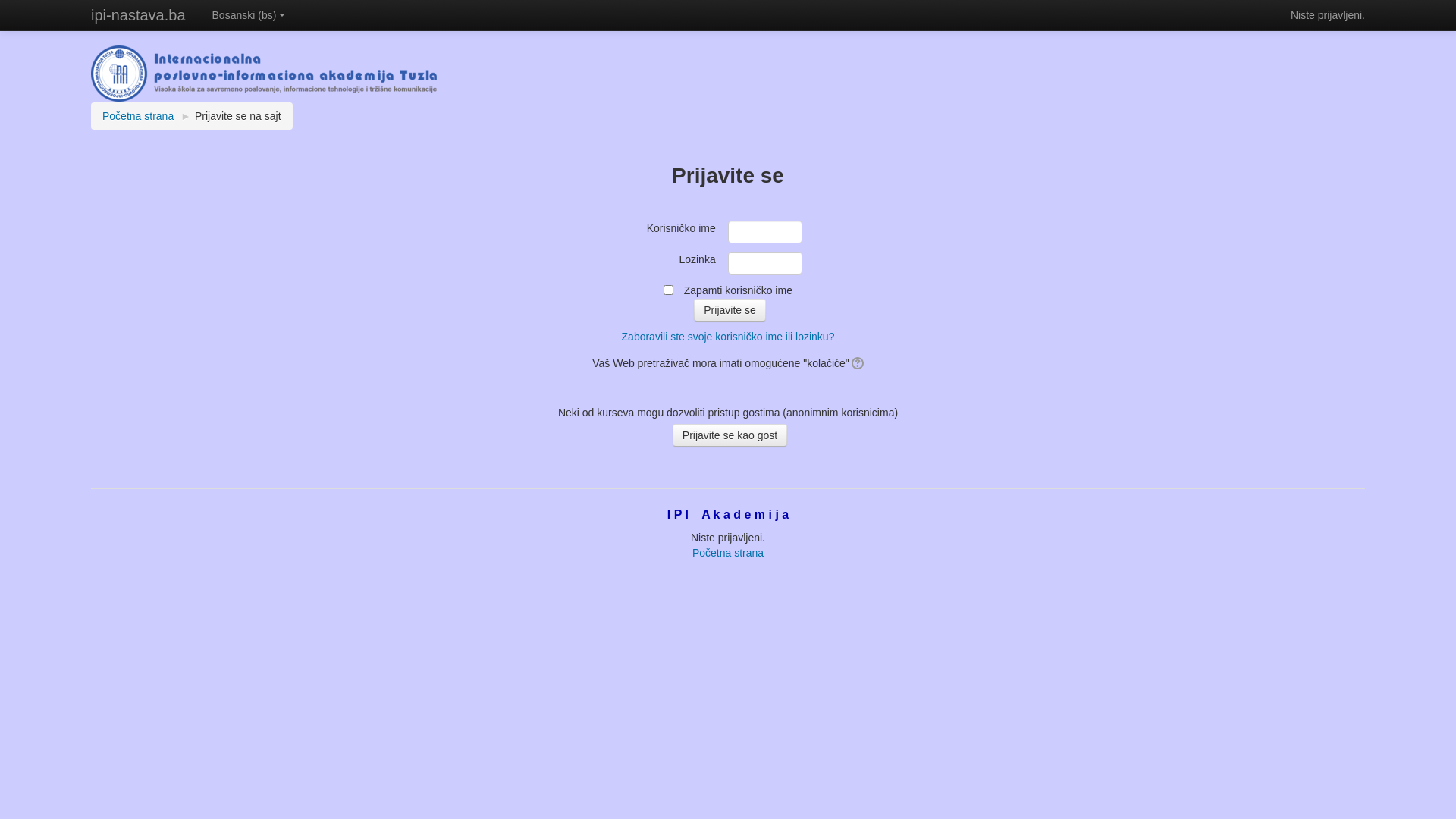  What do you see at coordinates (730, 435) in the screenshot?
I see `'Prijavite se kao gost'` at bounding box center [730, 435].